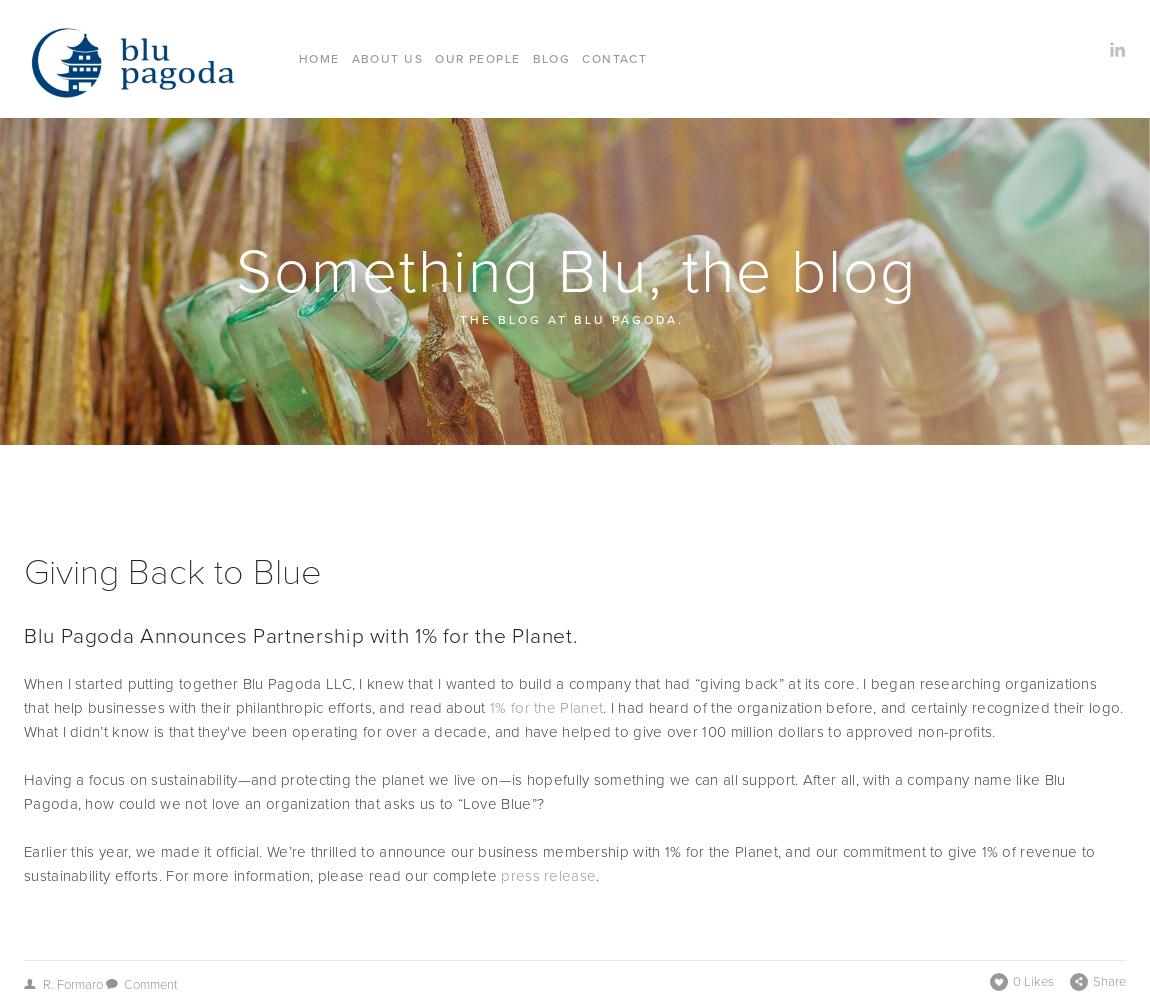 This screenshot has width=1150, height=1000. What do you see at coordinates (318, 58) in the screenshot?
I see `'Home'` at bounding box center [318, 58].